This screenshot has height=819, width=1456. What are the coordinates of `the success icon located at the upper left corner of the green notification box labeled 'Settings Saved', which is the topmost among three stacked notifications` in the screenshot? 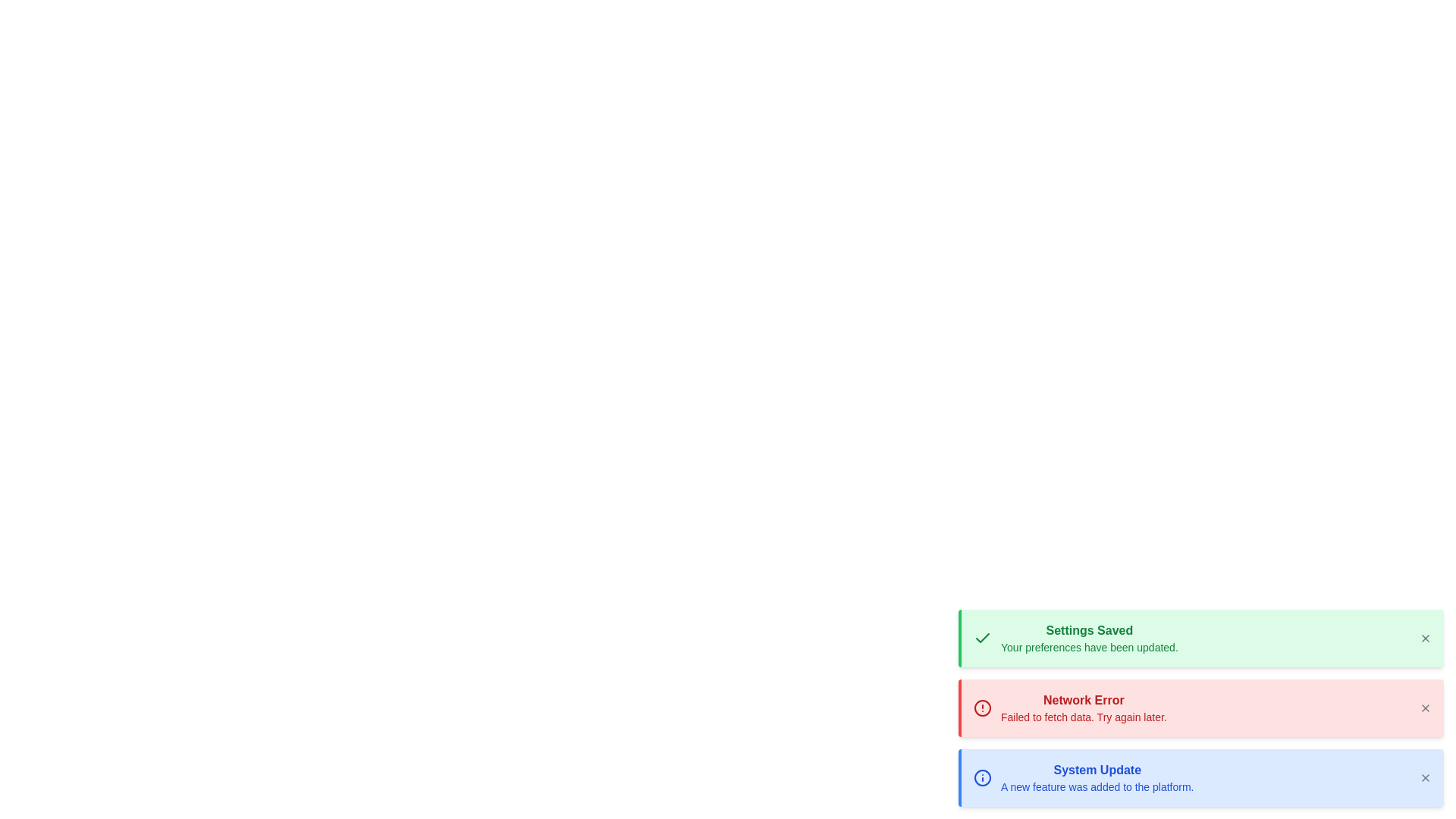 It's located at (983, 638).